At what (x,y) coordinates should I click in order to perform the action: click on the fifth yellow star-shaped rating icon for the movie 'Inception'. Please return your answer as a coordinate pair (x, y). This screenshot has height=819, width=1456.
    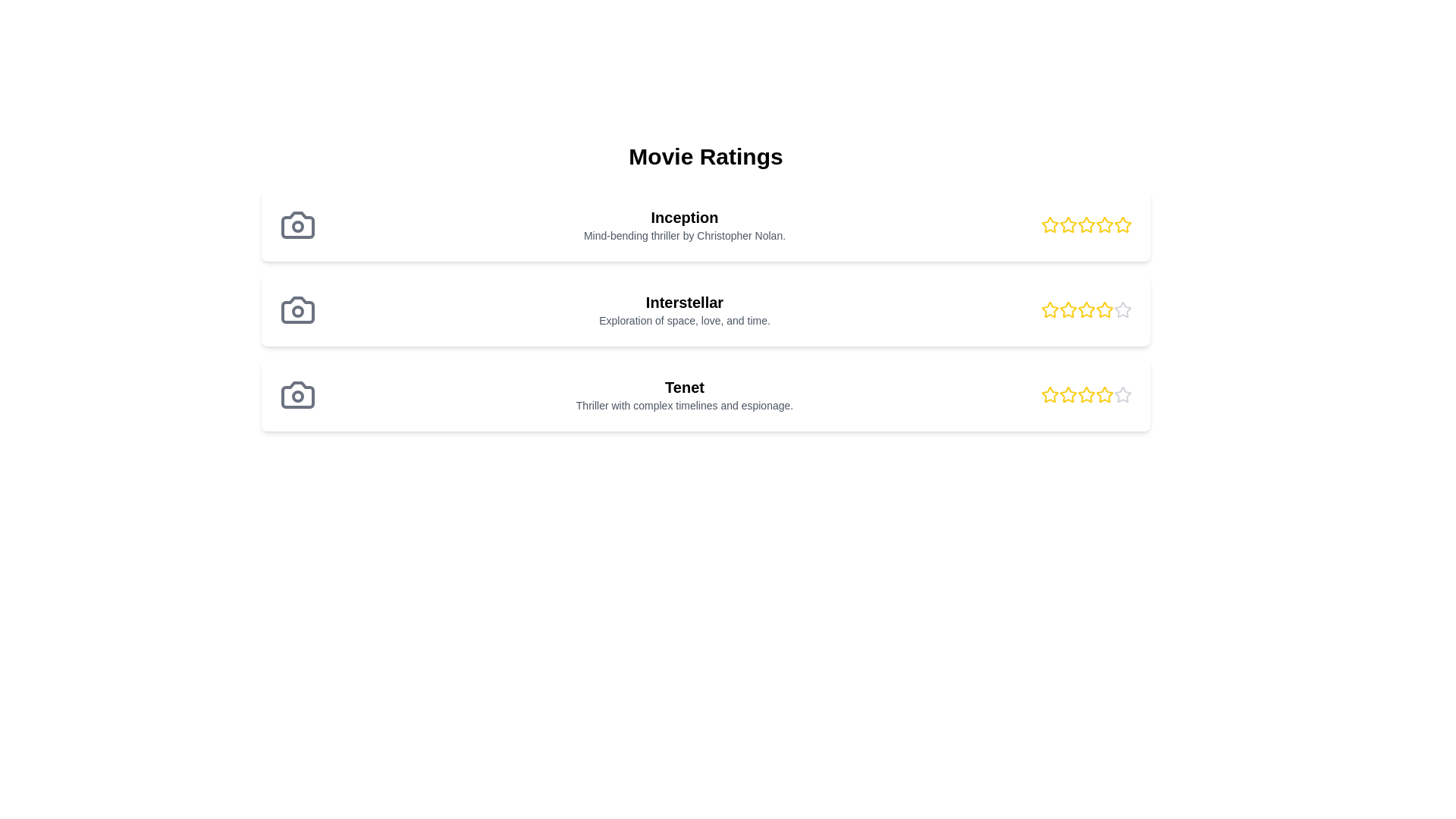
    Looking at the image, I should click on (1105, 225).